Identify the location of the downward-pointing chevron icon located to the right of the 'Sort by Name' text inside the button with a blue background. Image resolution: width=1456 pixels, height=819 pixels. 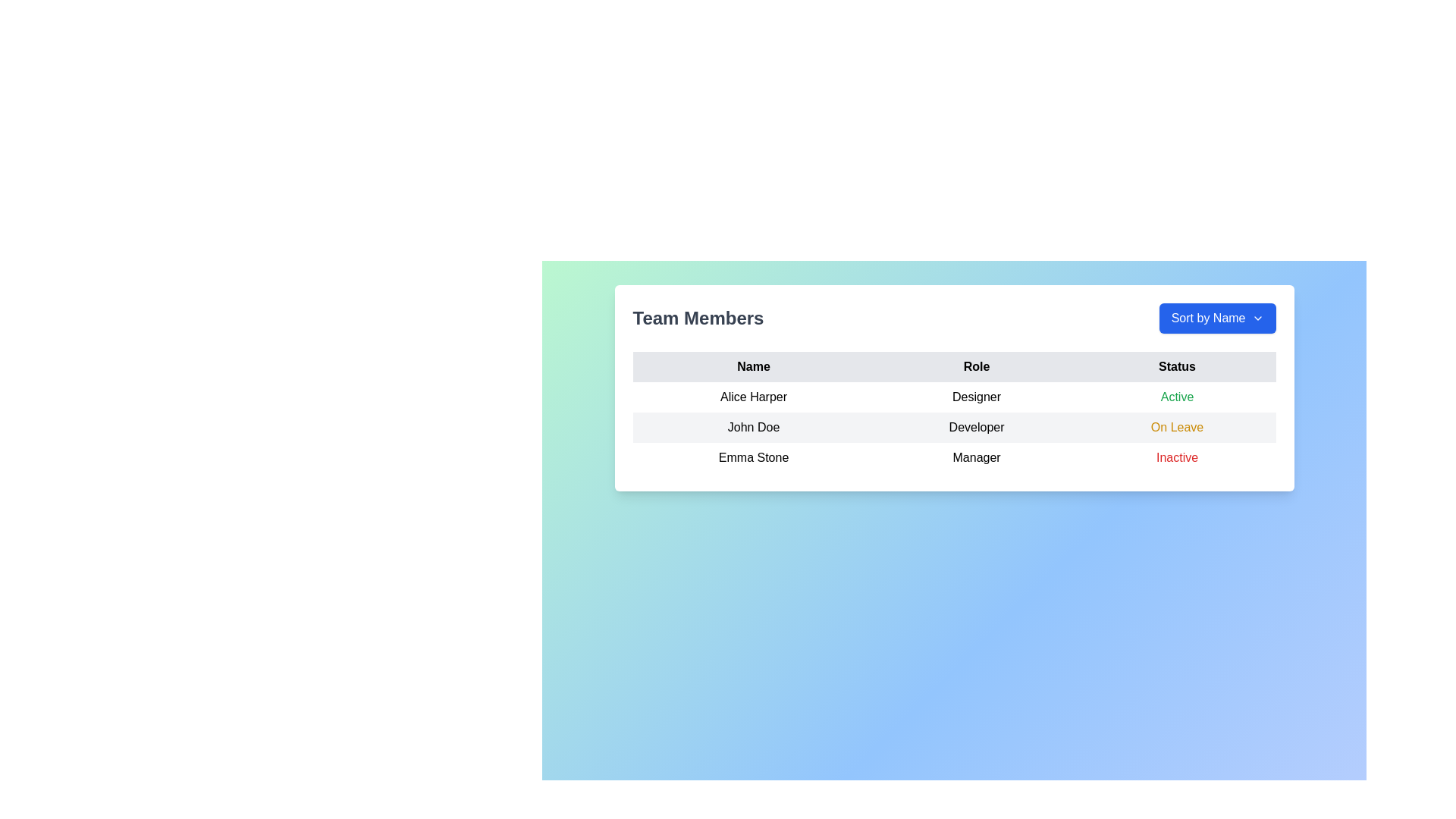
(1257, 318).